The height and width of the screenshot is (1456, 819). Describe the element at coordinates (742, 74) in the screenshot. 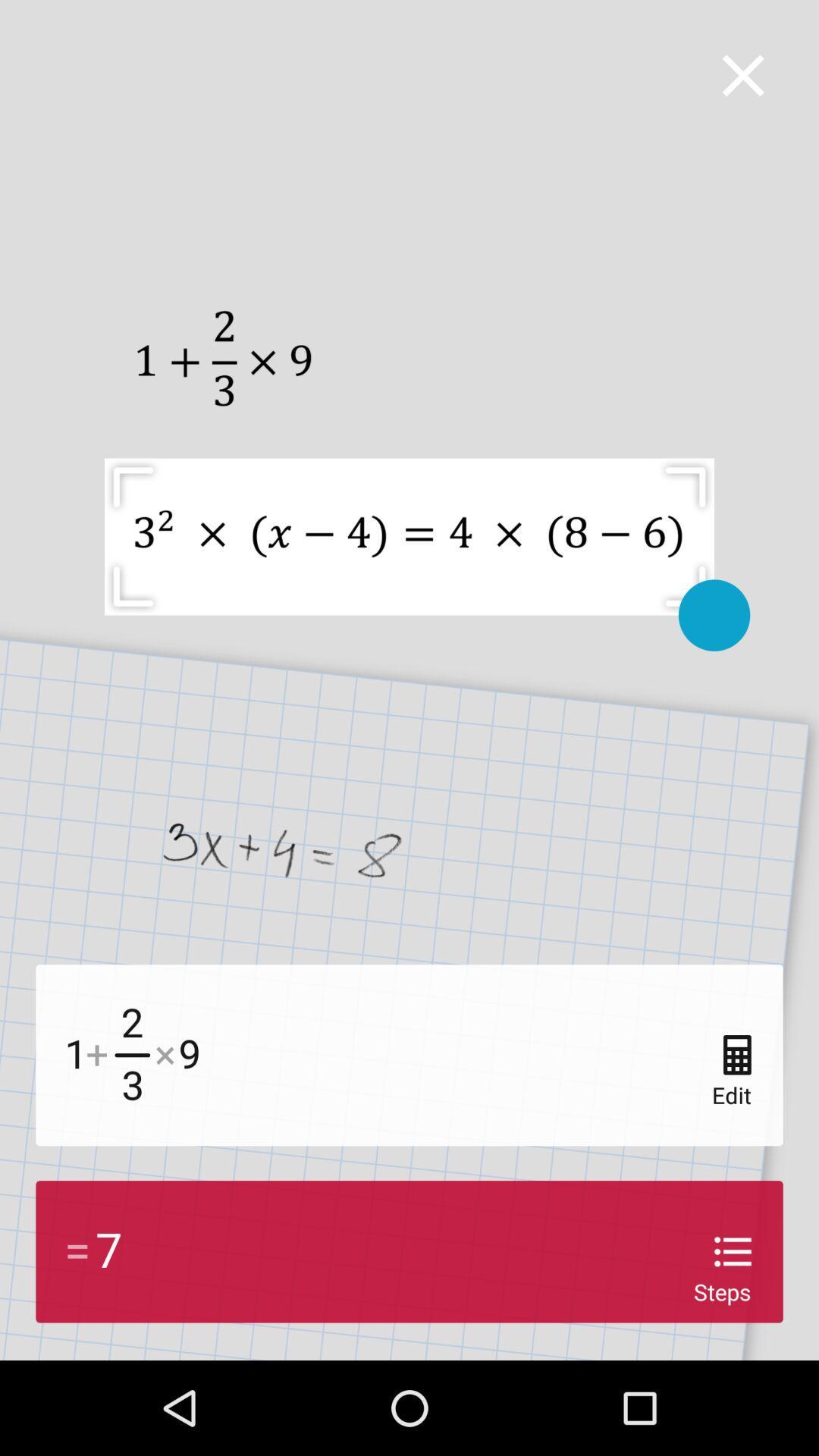

I see `the page` at that location.